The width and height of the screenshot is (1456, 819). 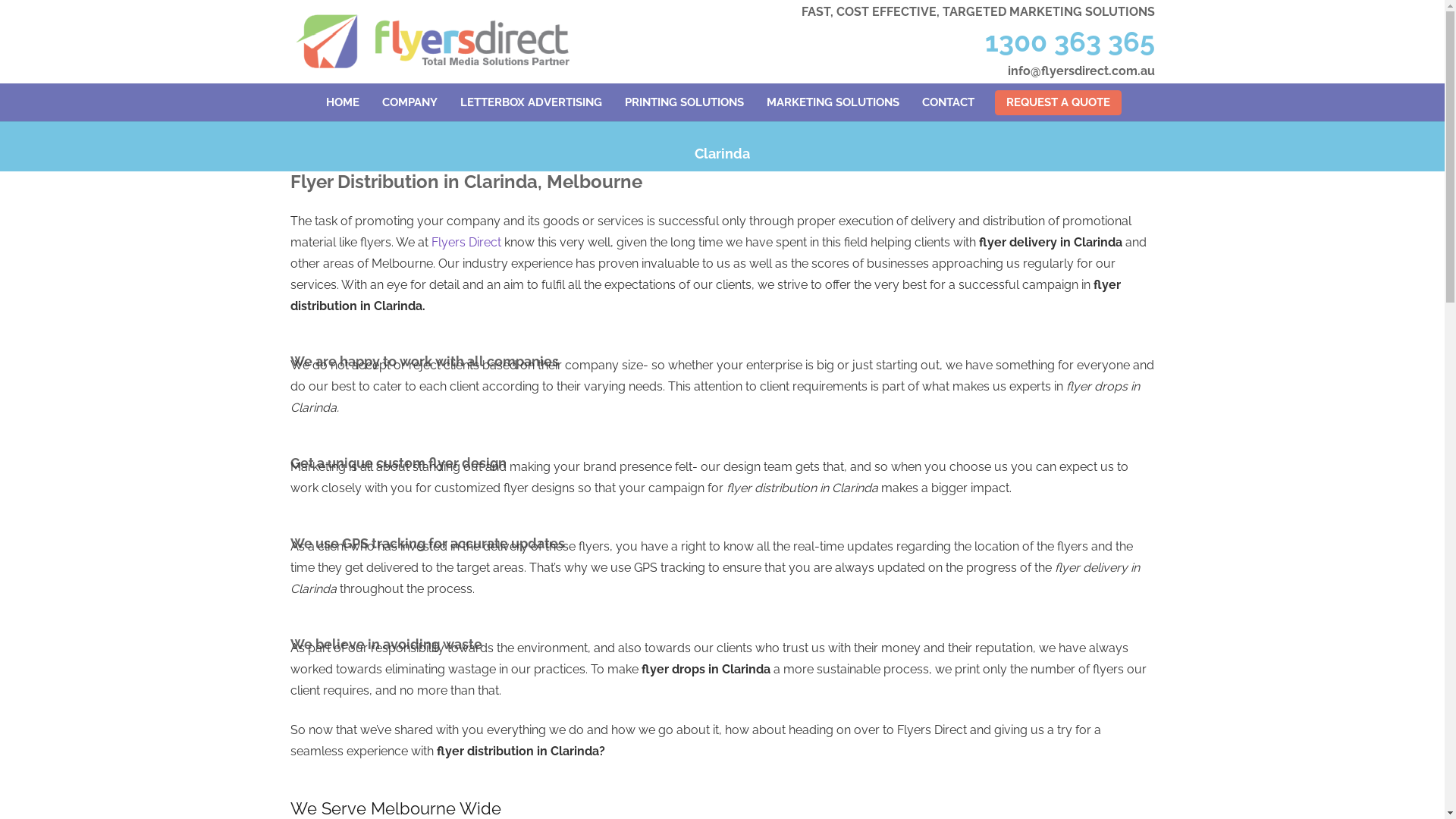 What do you see at coordinates (832, 102) in the screenshot?
I see `'MARKETING SOLUTIONS'` at bounding box center [832, 102].